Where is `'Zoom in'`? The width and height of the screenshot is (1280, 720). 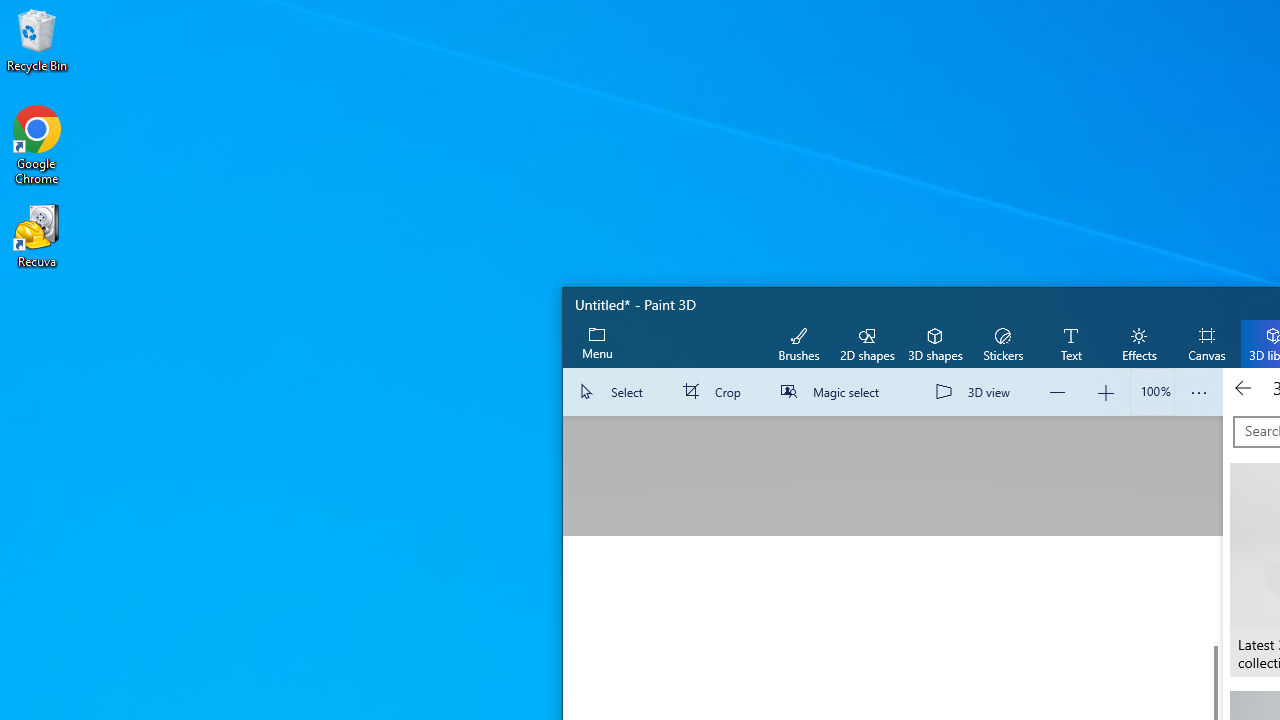 'Zoom in' is located at coordinates (1104, 392).